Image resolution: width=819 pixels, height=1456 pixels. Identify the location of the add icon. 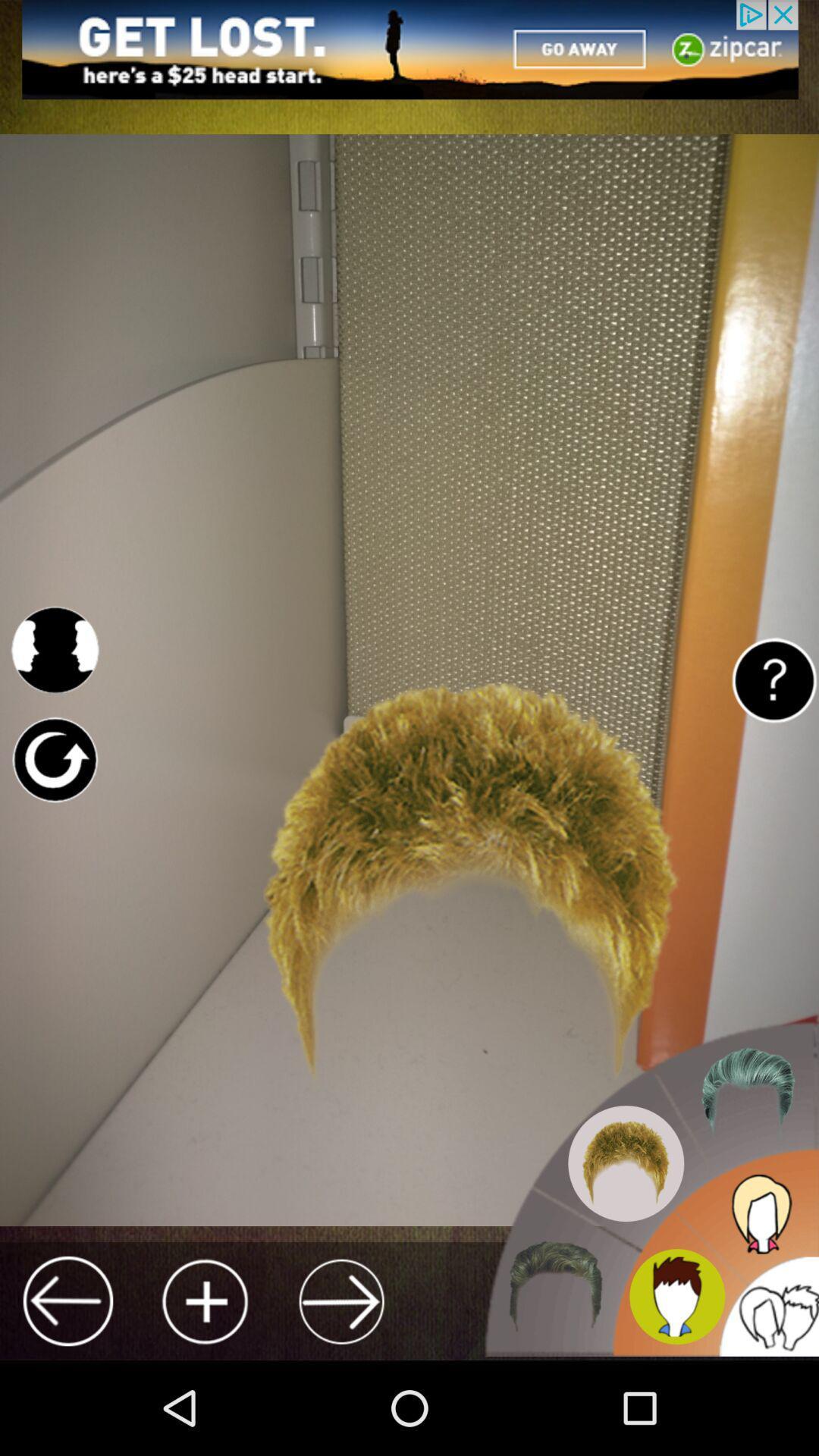
(205, 1392).